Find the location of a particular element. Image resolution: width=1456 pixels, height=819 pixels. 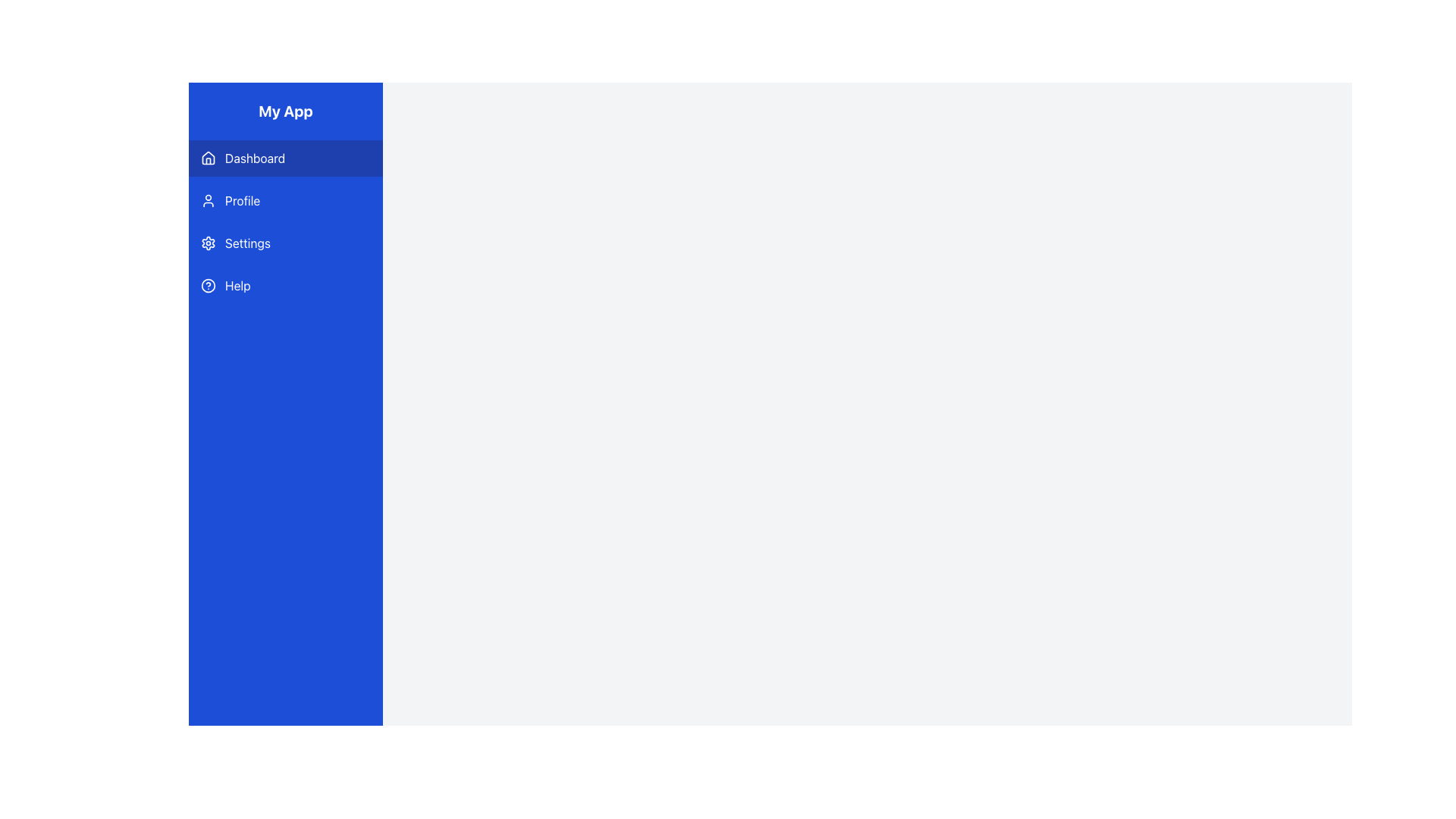

the Text Display element, which serves as the title or logo for the application, located at the top of the vertical navigation section is located at coordinates (286, 110).